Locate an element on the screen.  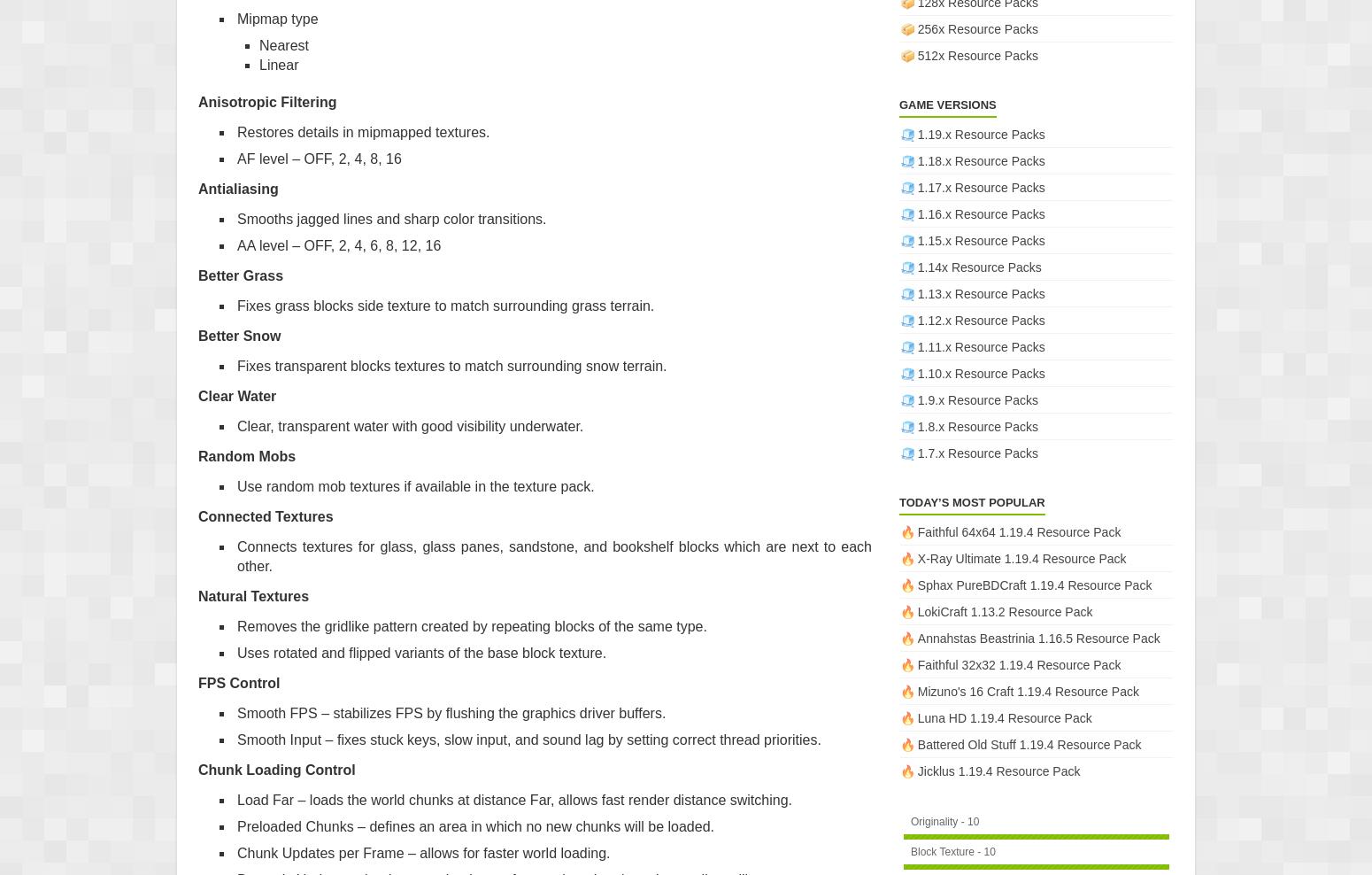
'FPS Control' is located at coordinates (239, 681).